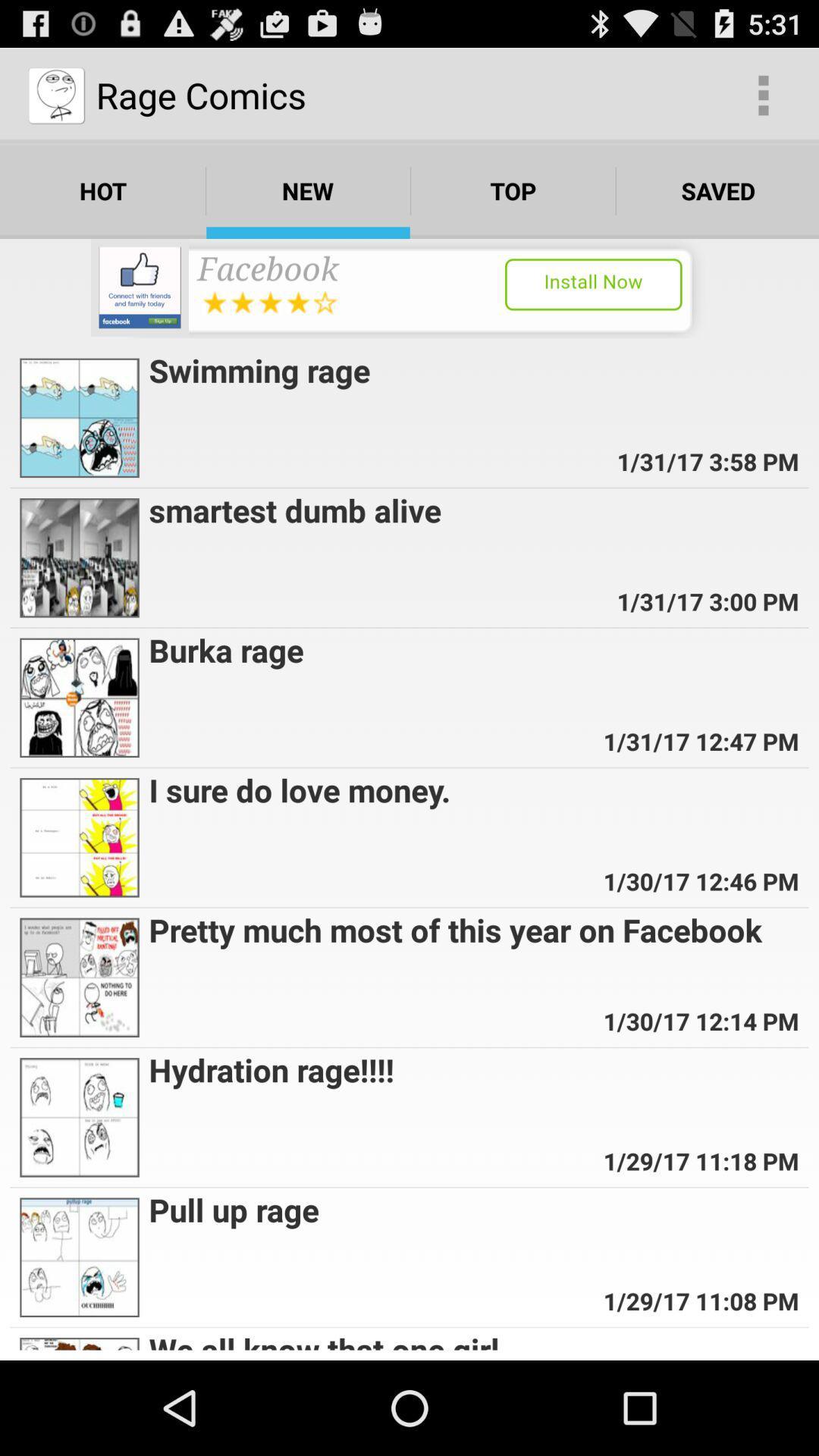 The width and height of the screenshot is (819, 1456). I want to click on click install, so click(409, 288).